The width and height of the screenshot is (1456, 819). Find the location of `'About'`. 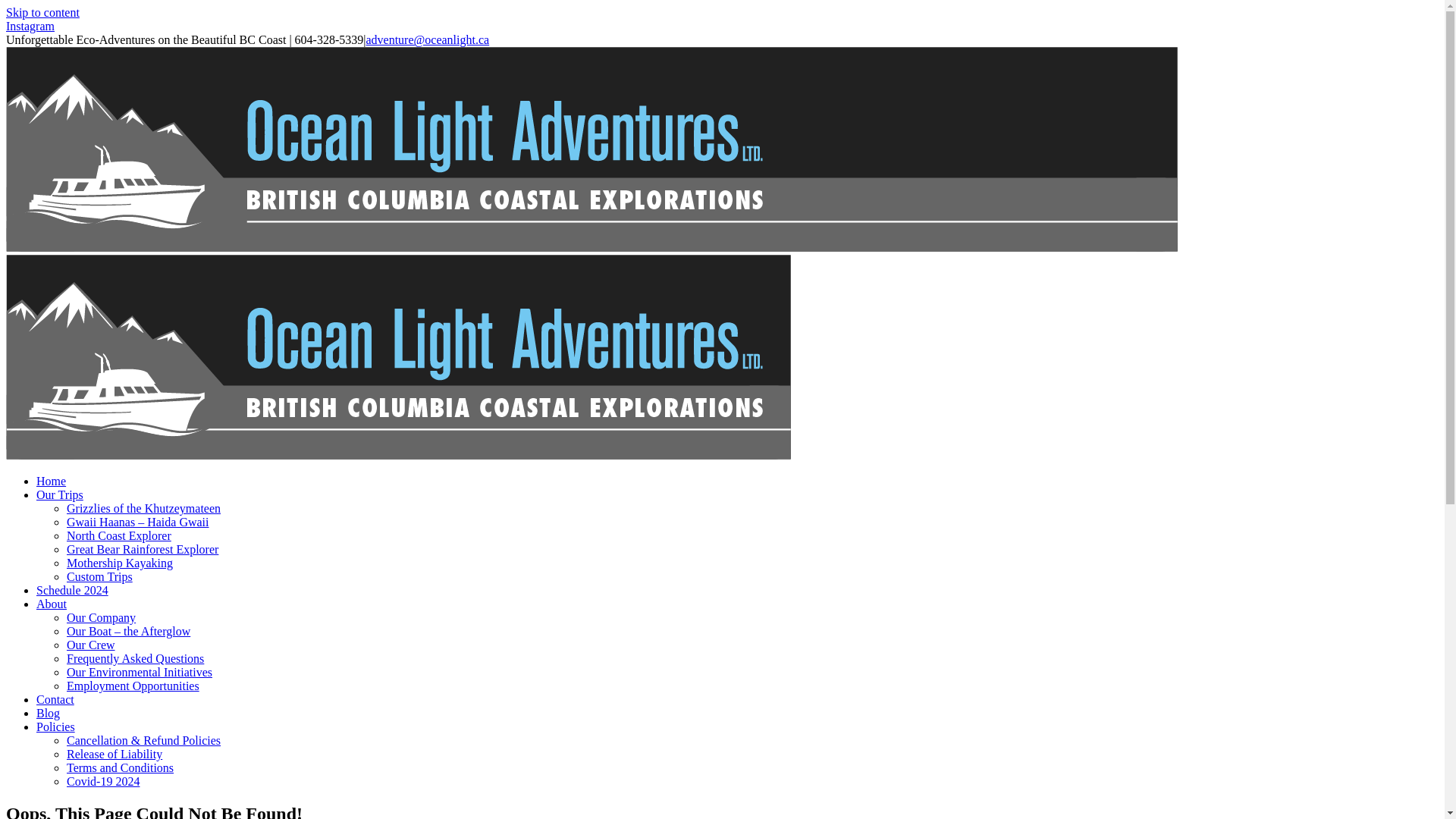

'About' is located at coordinates (51, 603).